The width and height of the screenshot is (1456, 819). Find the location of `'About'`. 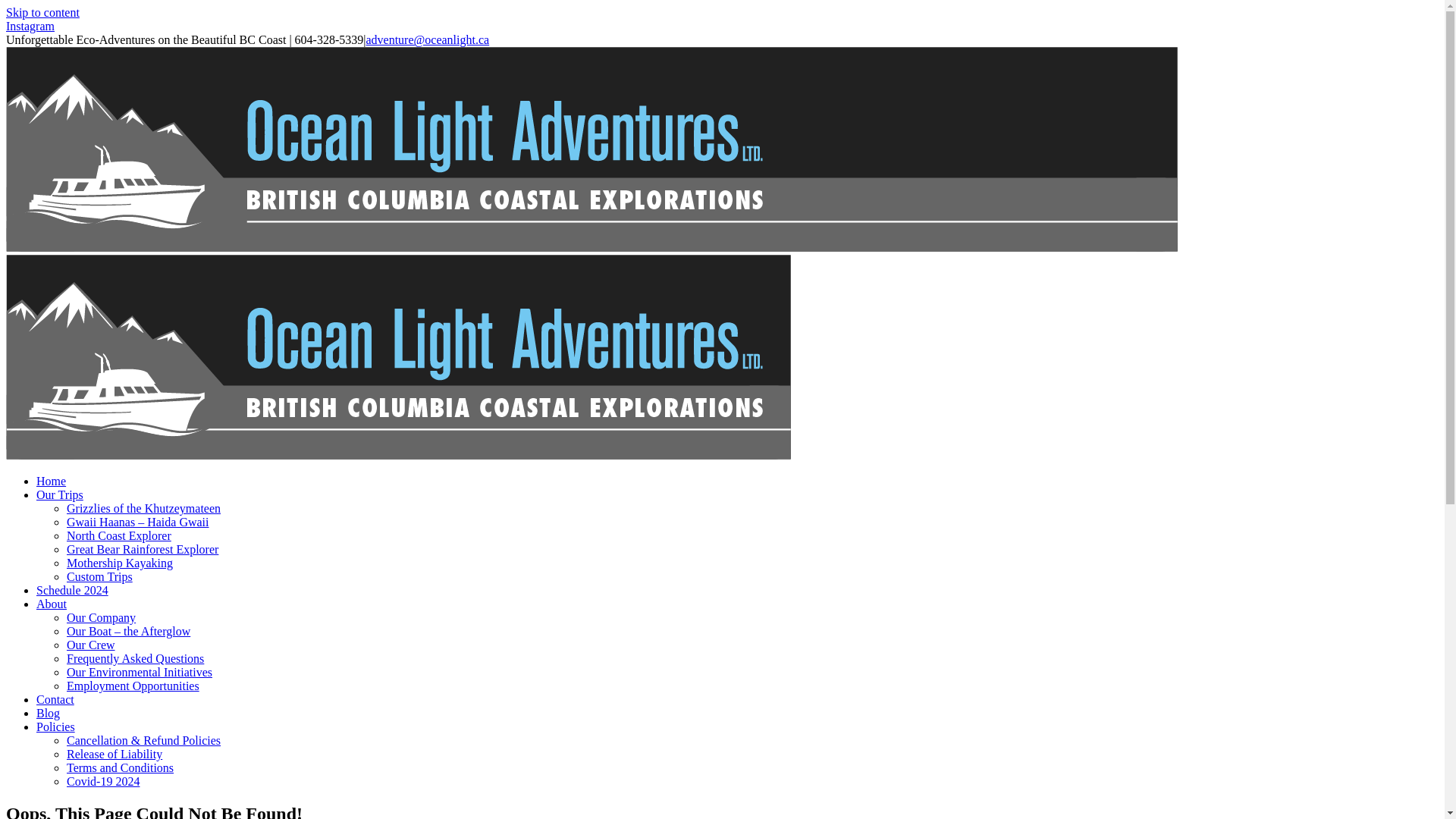

'About' is located at coordinates (51, 603).